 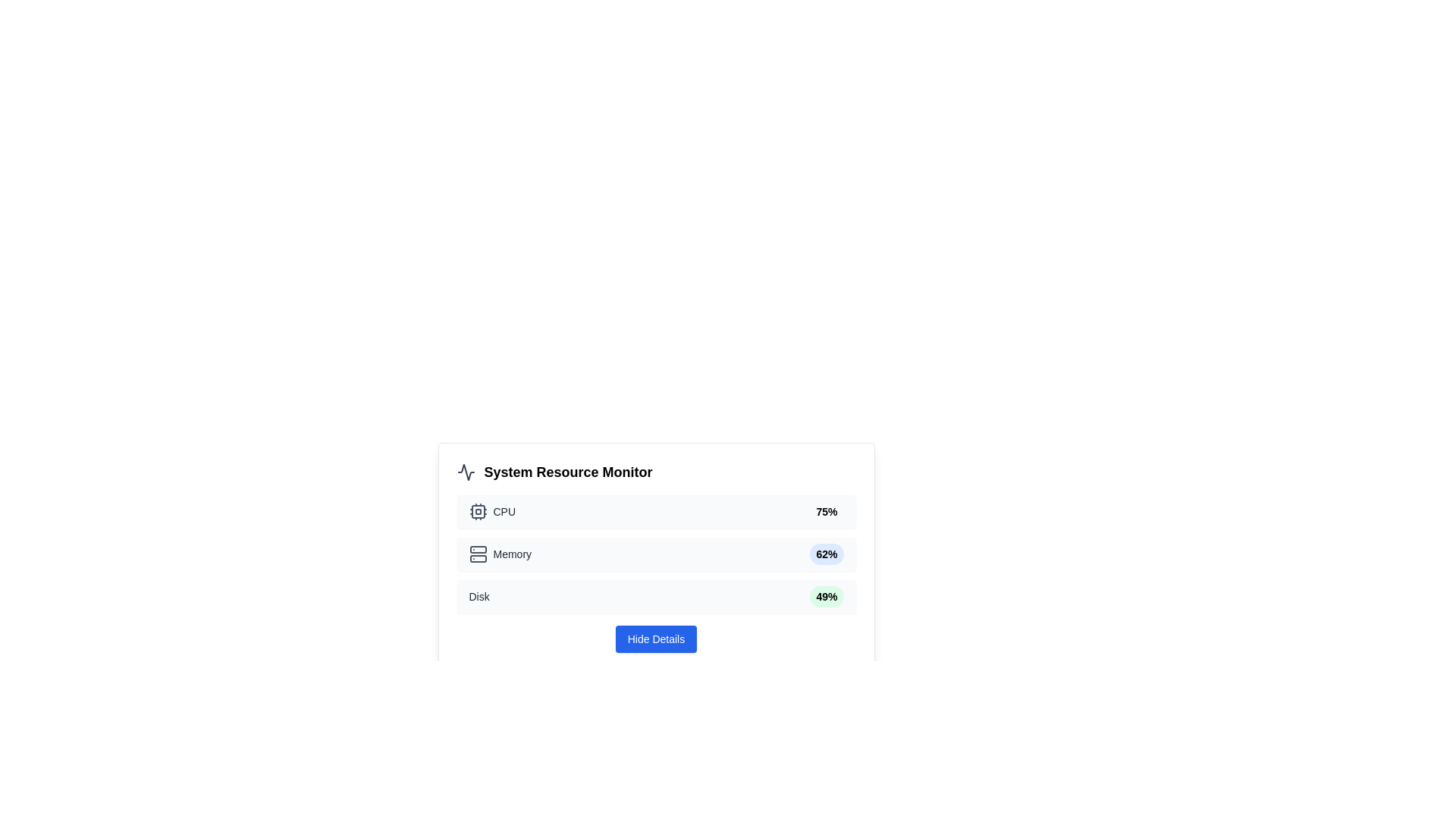 I want to click on the CPU resource section label and icon combination in the system monitor interface, which is located at the top of the resource usage statistics list, so click(x=492, y=512).